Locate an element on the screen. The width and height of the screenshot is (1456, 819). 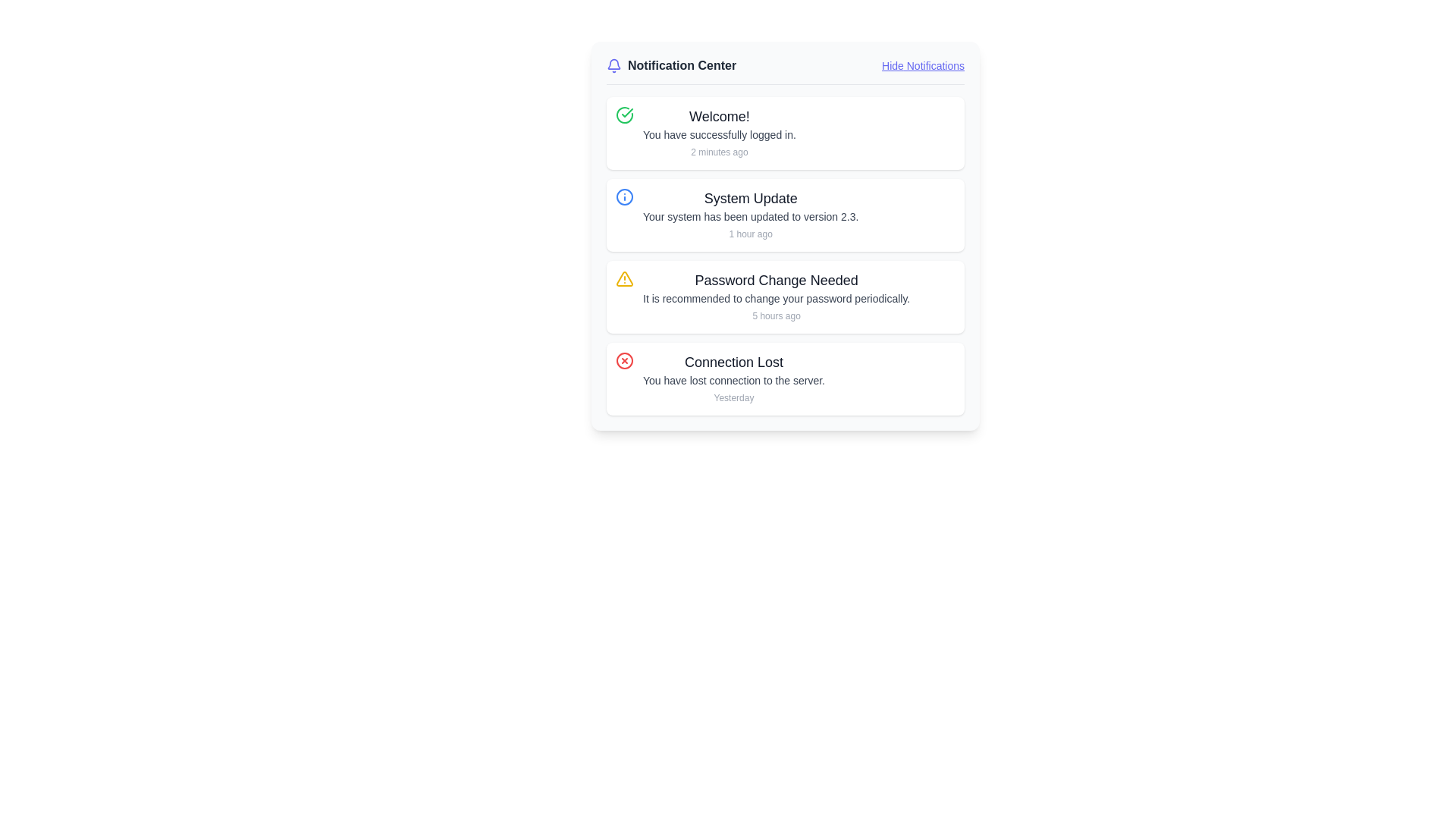
outer circle of the success icon in the first notification card, which is styled as a green circle with a check mark, adjacent to the text 'Welcome!' using the developer tools is located at coordinates (625, 114).